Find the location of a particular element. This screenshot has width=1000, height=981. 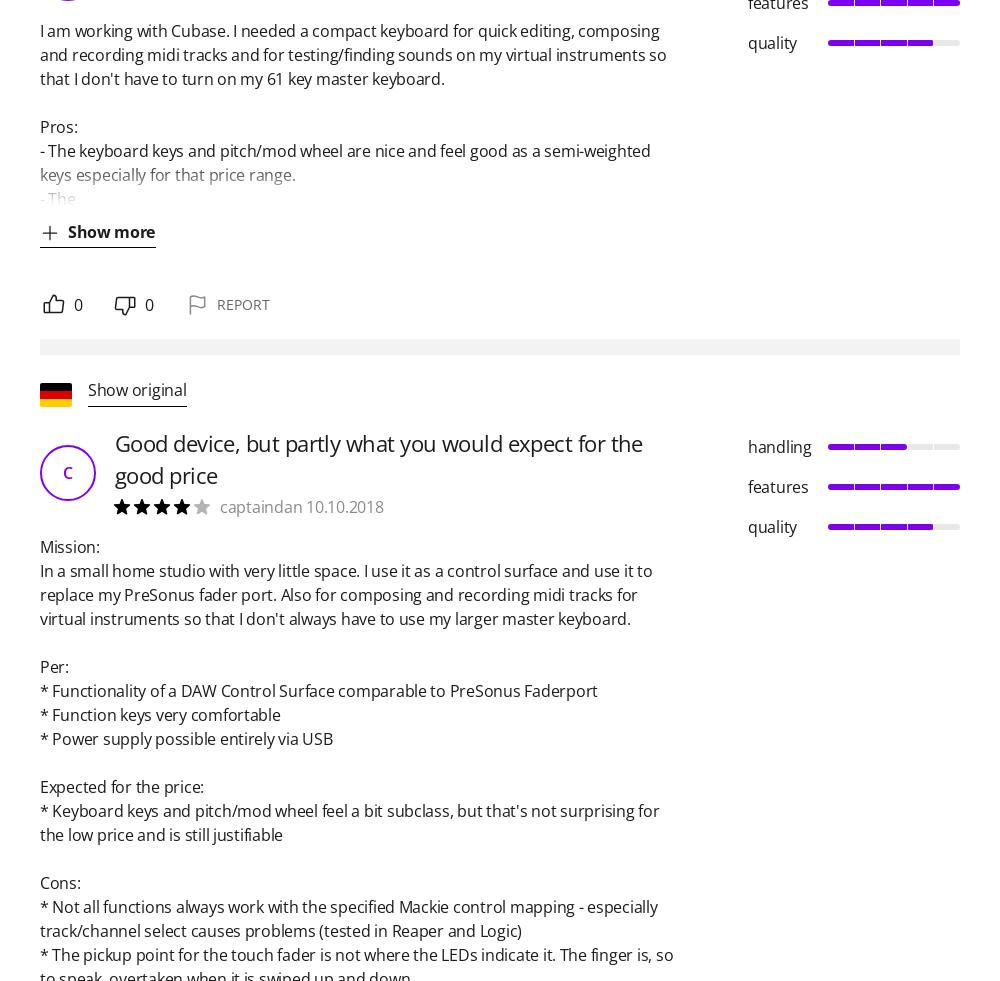

'* Power supply possible entirely via USB' is located at coordinates (186, 738).